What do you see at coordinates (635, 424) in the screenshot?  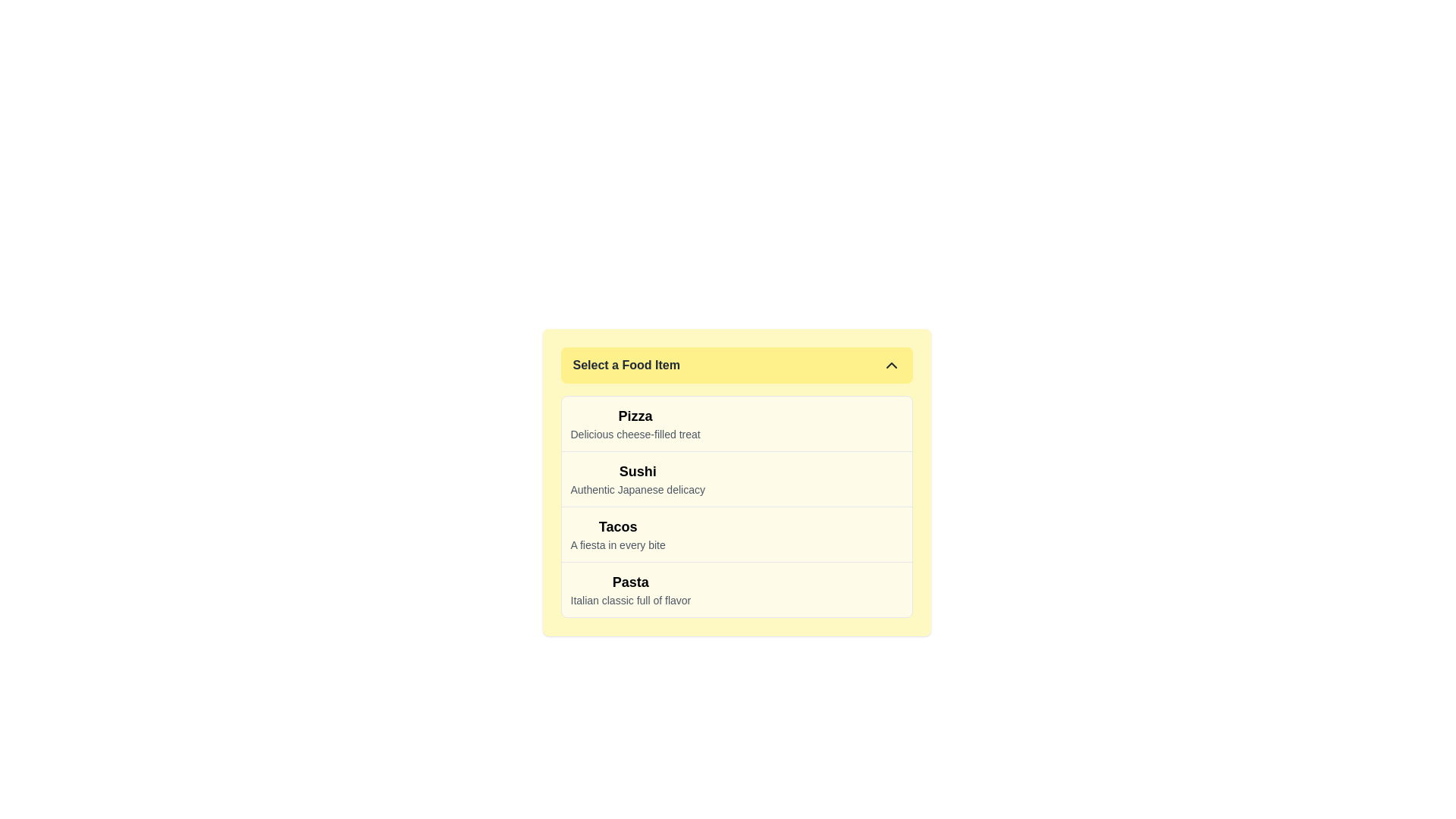 I see `to select the food item 'Pizza' from the topmost position in the menu list displayed on a yellow card interface` at bounding box center [635, 424].